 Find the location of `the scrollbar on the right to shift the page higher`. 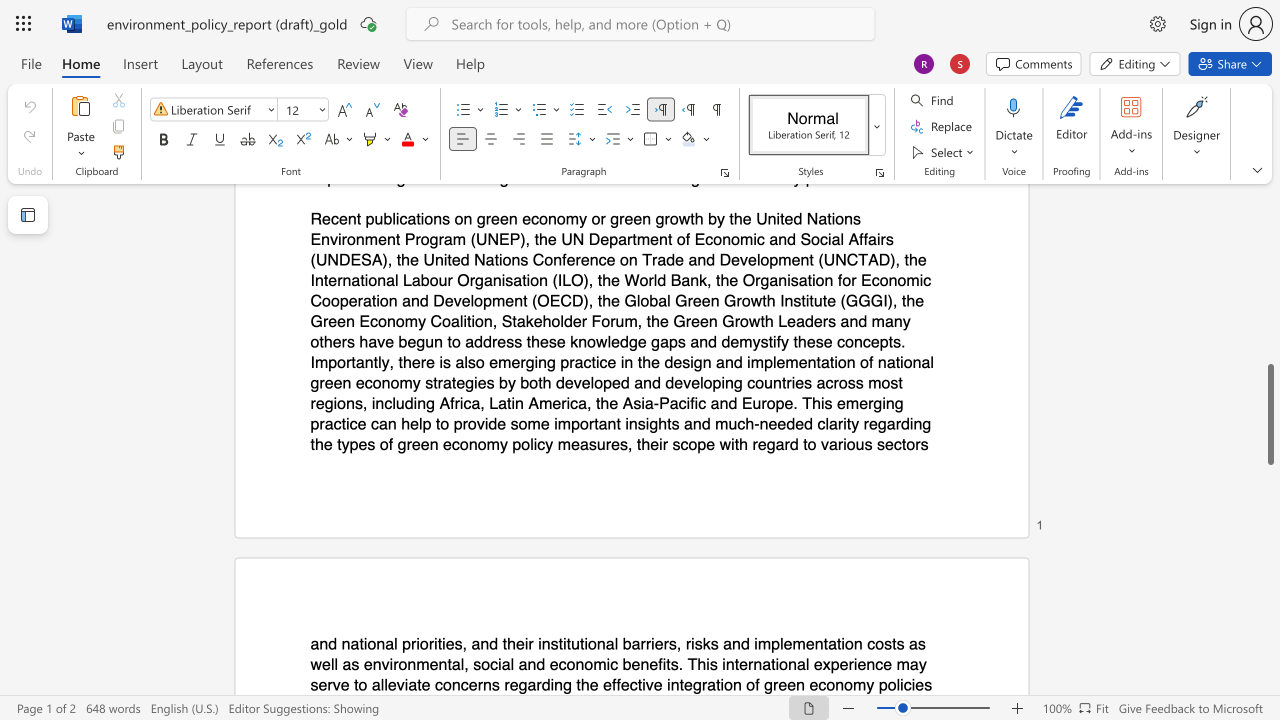

the scrollbar on the right to shift the page higher is located at coordinates (1269, 248).